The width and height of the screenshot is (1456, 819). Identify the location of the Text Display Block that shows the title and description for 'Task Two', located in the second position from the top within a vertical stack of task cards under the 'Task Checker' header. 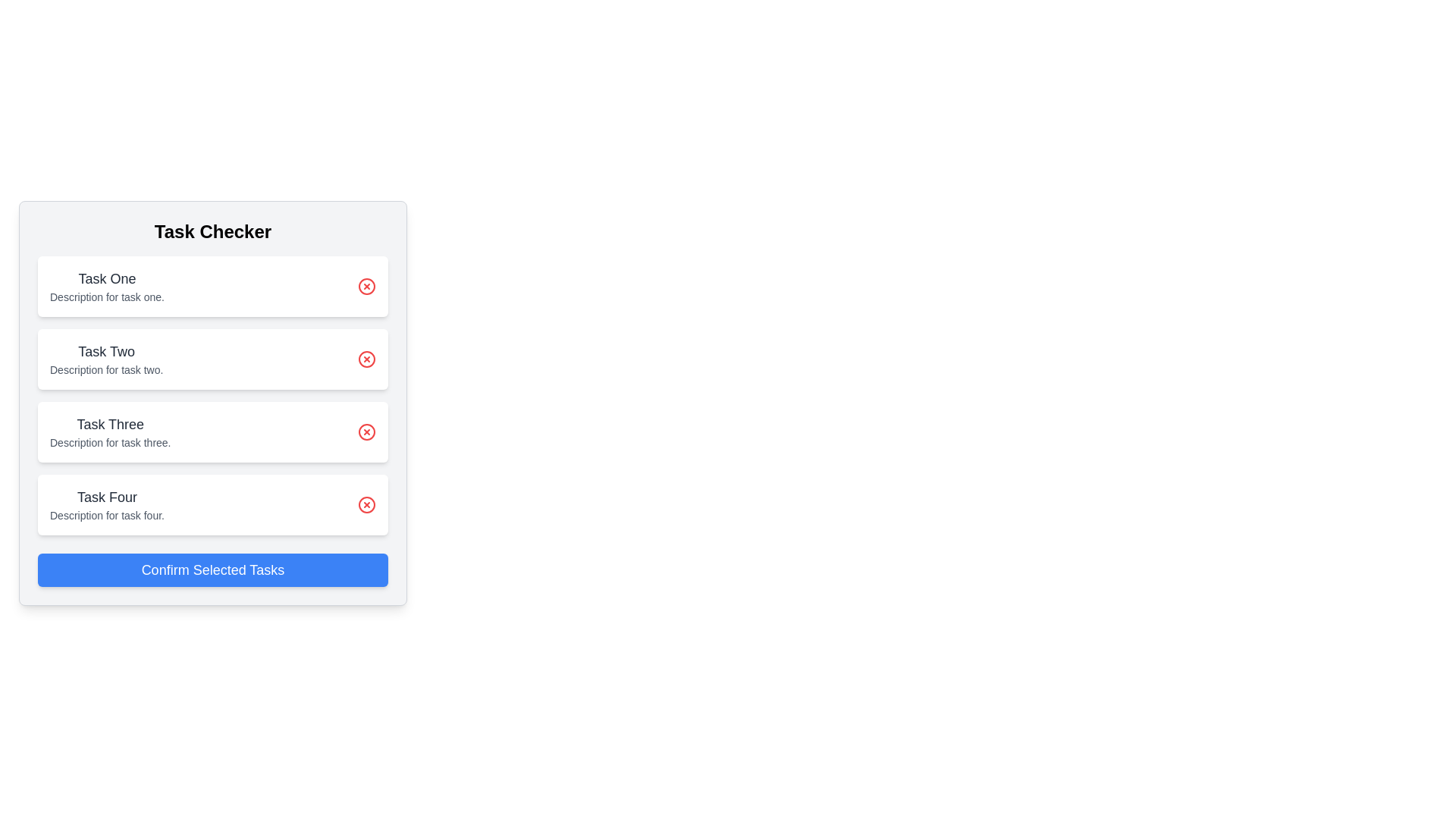
(105, 359).